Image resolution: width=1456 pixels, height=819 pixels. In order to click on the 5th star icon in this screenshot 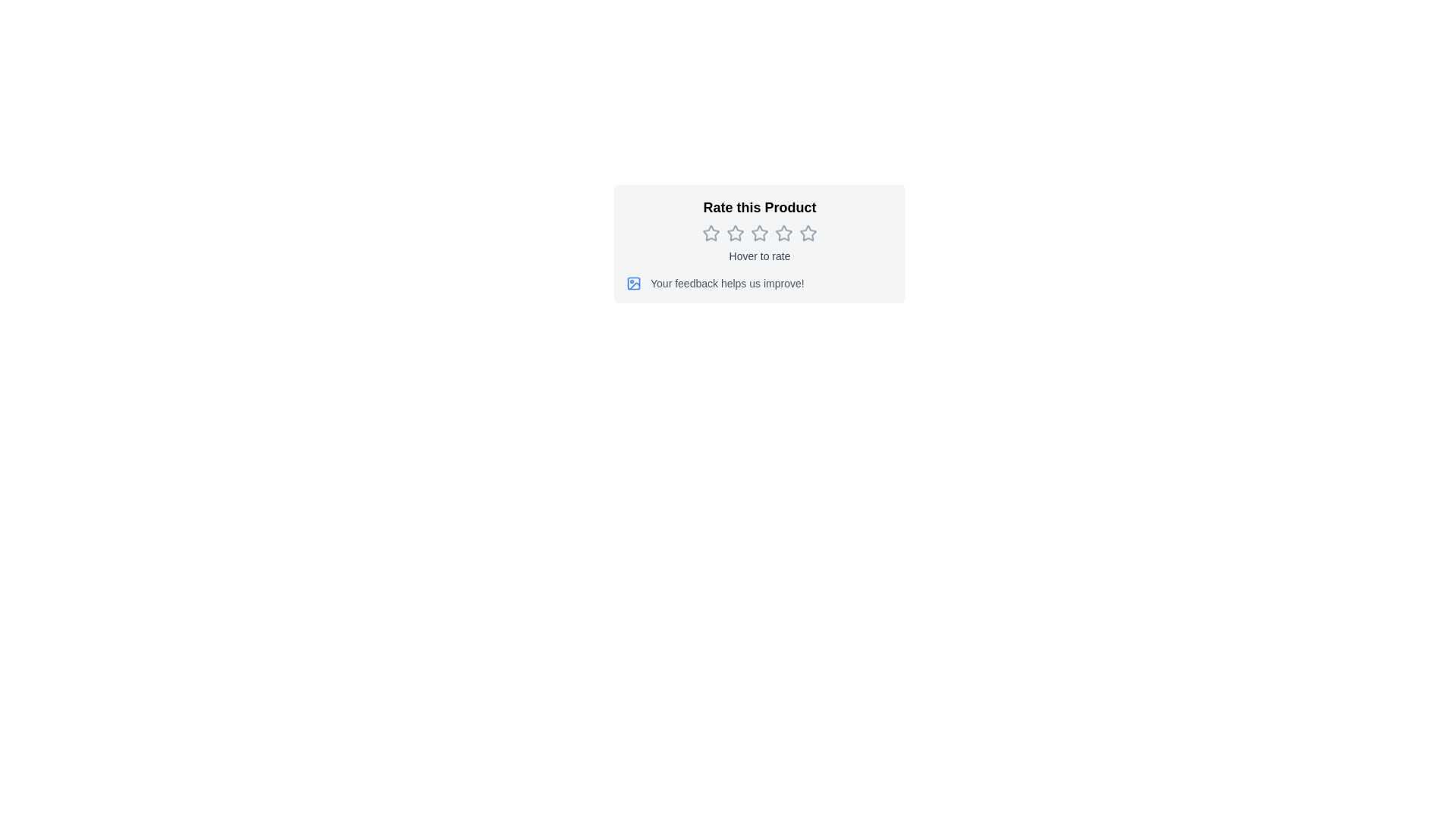, I will do `click(807, 234)`.